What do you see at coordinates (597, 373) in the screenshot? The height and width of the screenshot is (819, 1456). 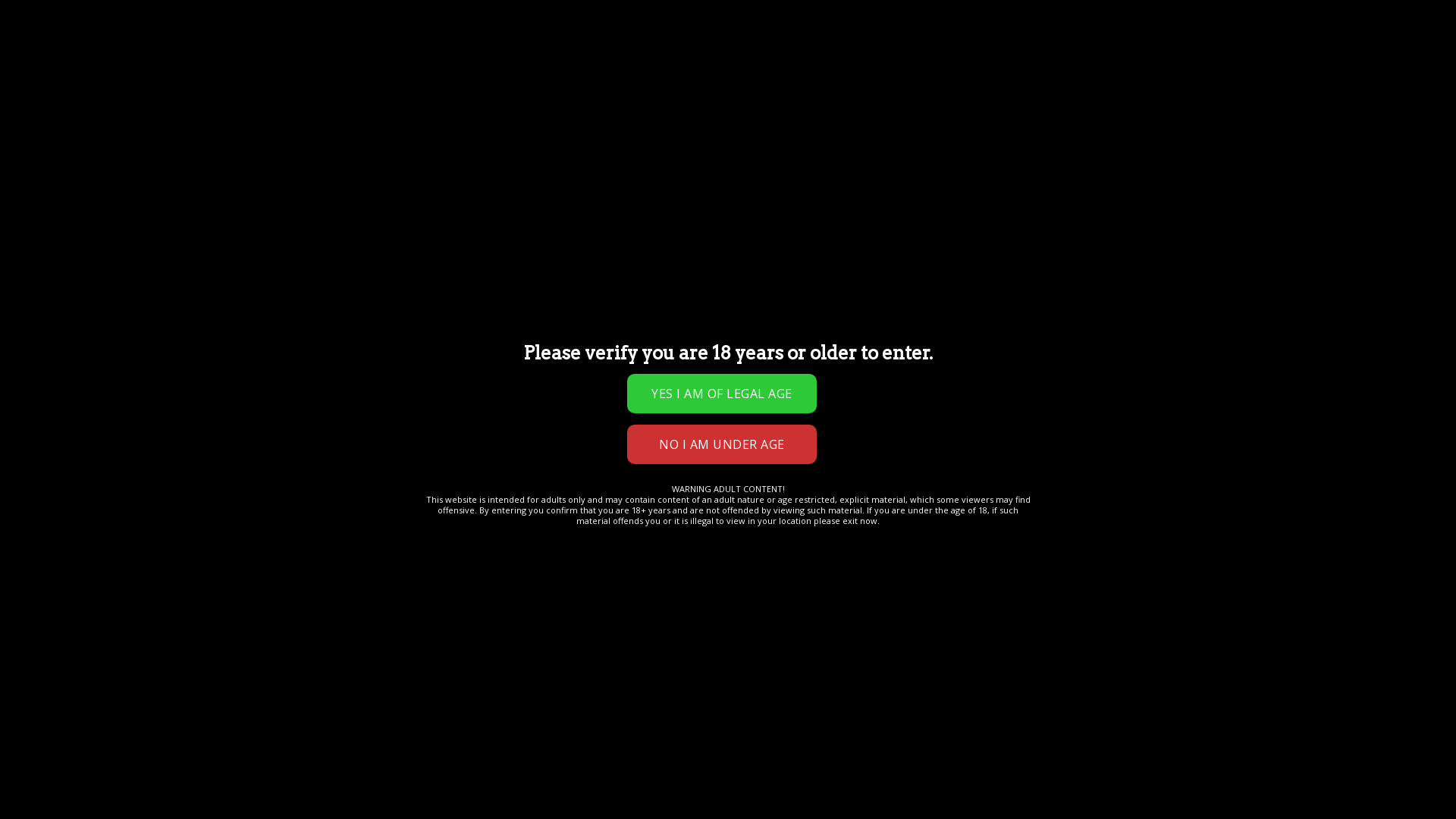 I see `'Packing Rods'` at bounding box center [597, 373].